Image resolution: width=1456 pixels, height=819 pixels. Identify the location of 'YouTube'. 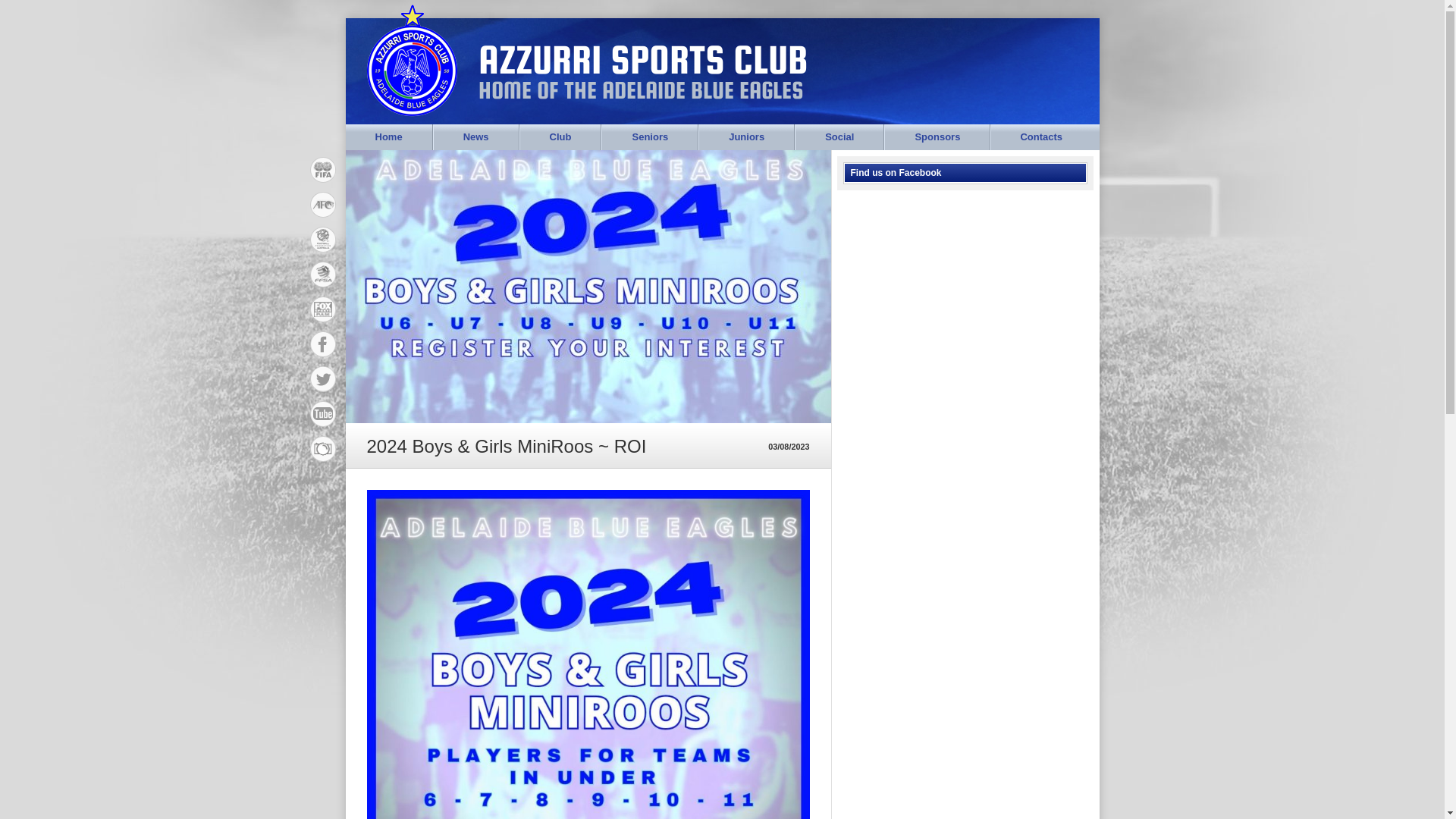
(309, 447).